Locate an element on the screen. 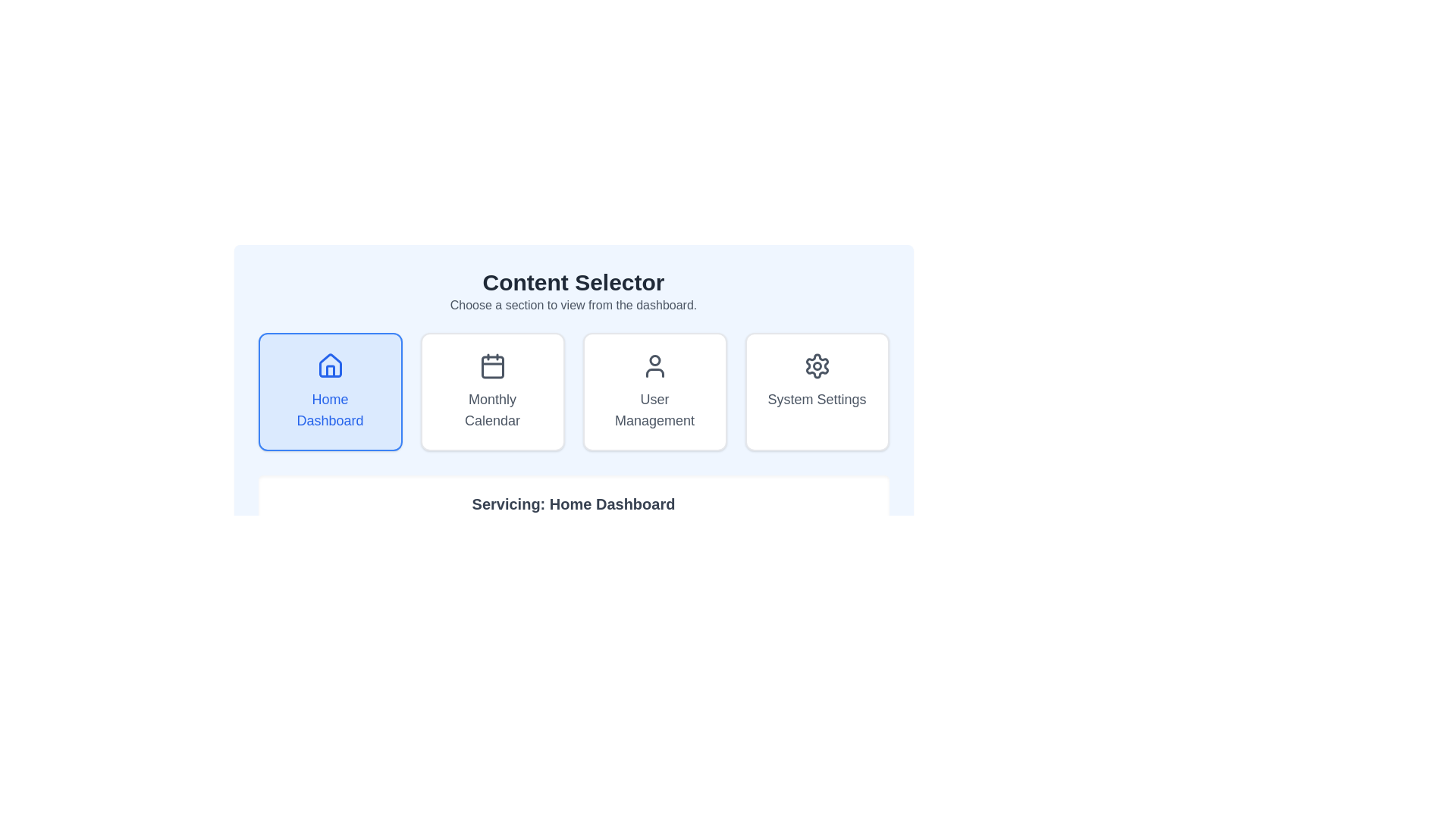 The height and width of the screenshot is (819, 1456). the 'Monthly Calendar' interactive button, which features a calendar icon and is positioned between the 'Home Dashboard' and 'User Management' buttons is located at coordinates (492, 391).